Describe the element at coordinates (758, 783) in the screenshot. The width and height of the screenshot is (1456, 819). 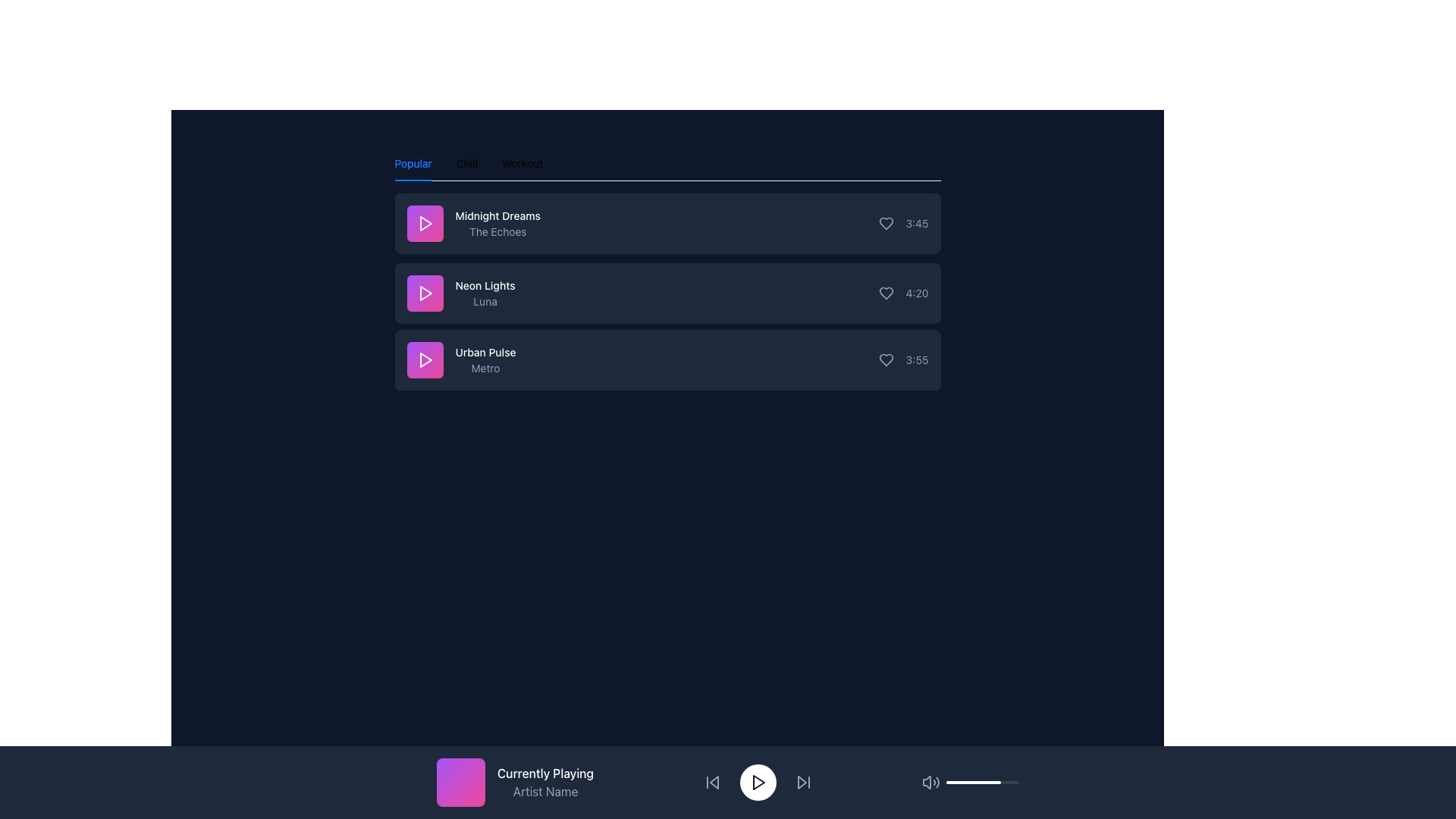
I see `the circular playback button with a triangular play icon located in the bottom playback control bar` at that location.